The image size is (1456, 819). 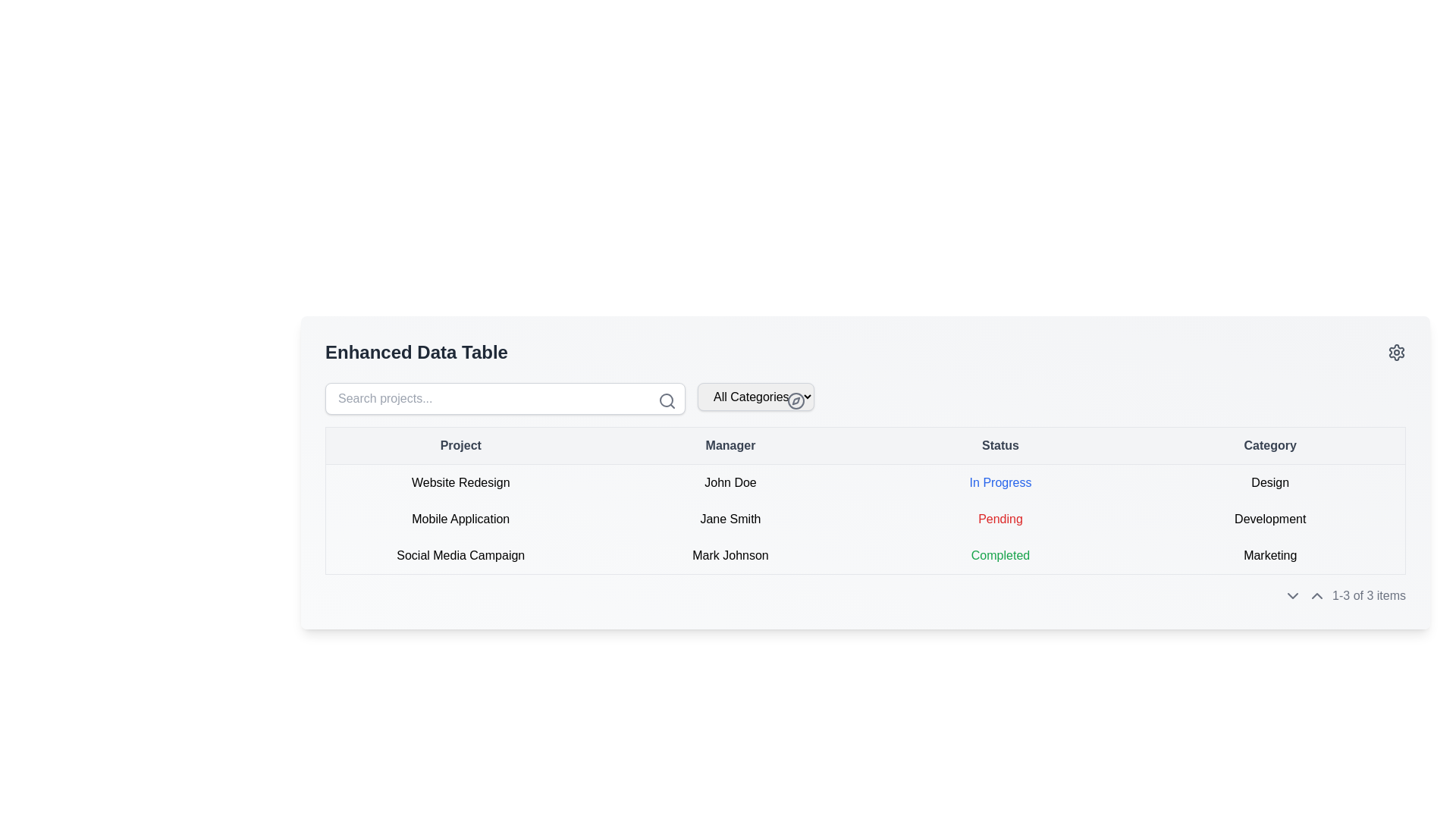 I want to click on the 'Pending' status text label for the 'Mobile Application' project managed by 'Jane Smith' located in the third column of the second row under the 'Status' header, so click(x=1000, y=519).